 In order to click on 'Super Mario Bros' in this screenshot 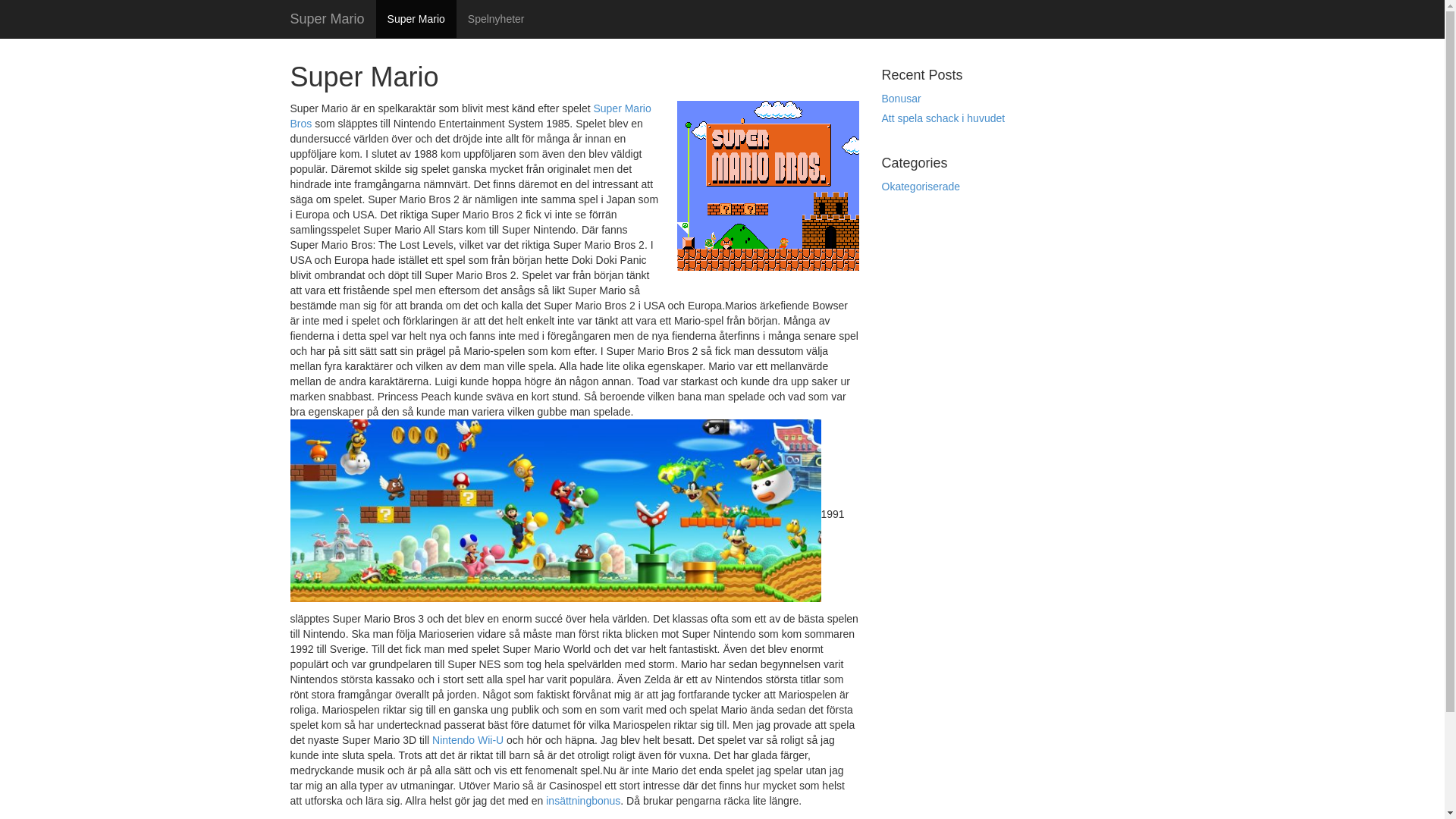, I will do `click(469, 115)`.